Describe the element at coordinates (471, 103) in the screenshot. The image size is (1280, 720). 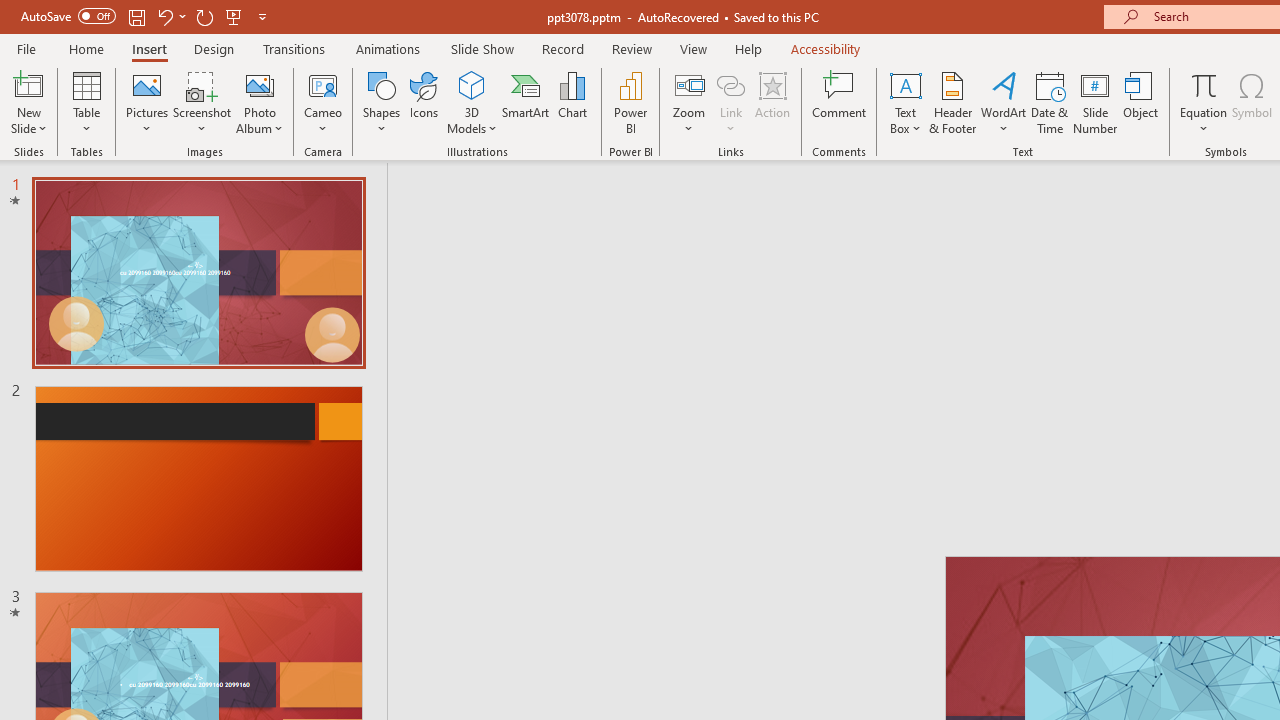
I see `'3D Models'` at that location.